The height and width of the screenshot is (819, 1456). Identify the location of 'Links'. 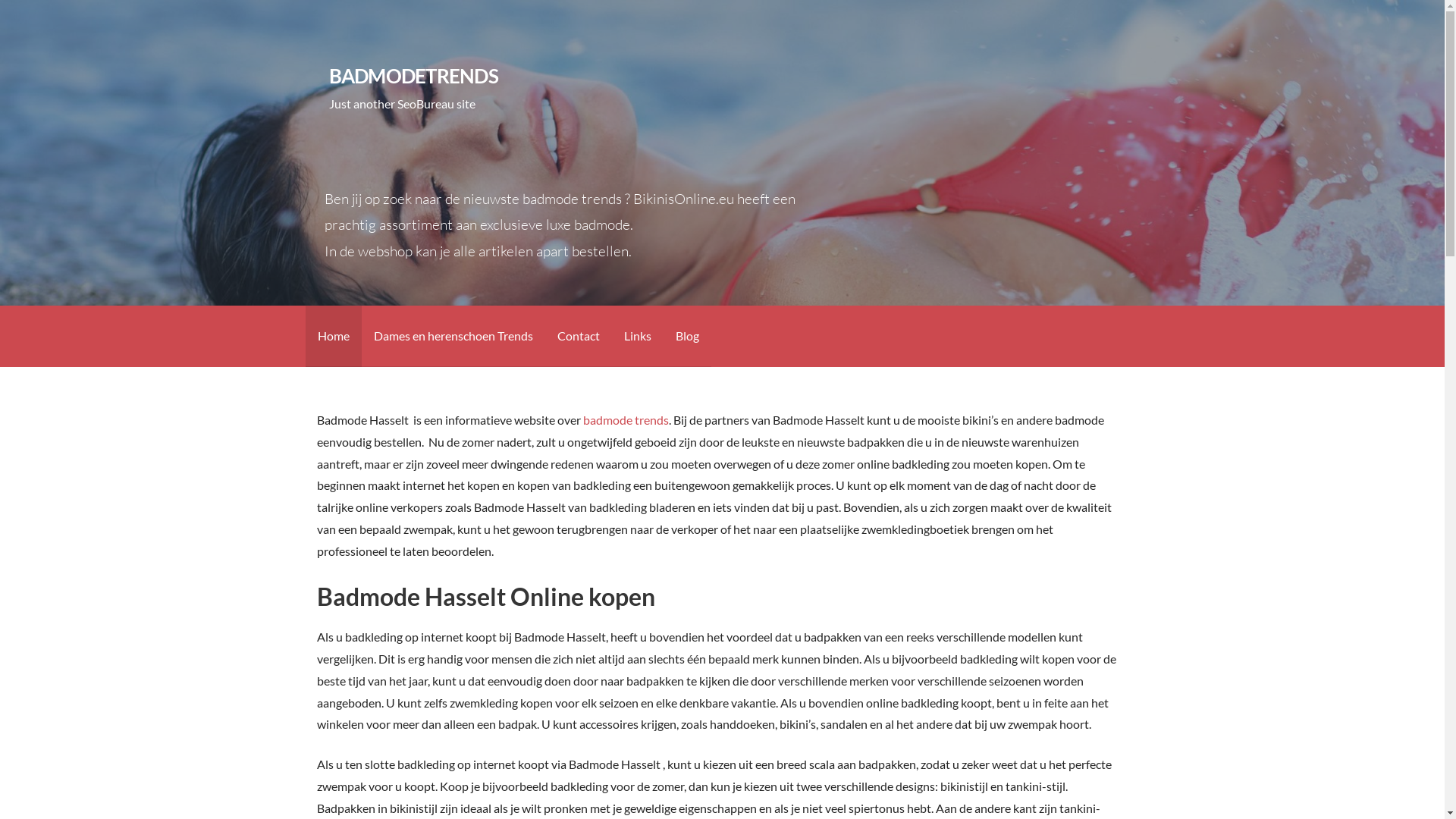
(637, 335).